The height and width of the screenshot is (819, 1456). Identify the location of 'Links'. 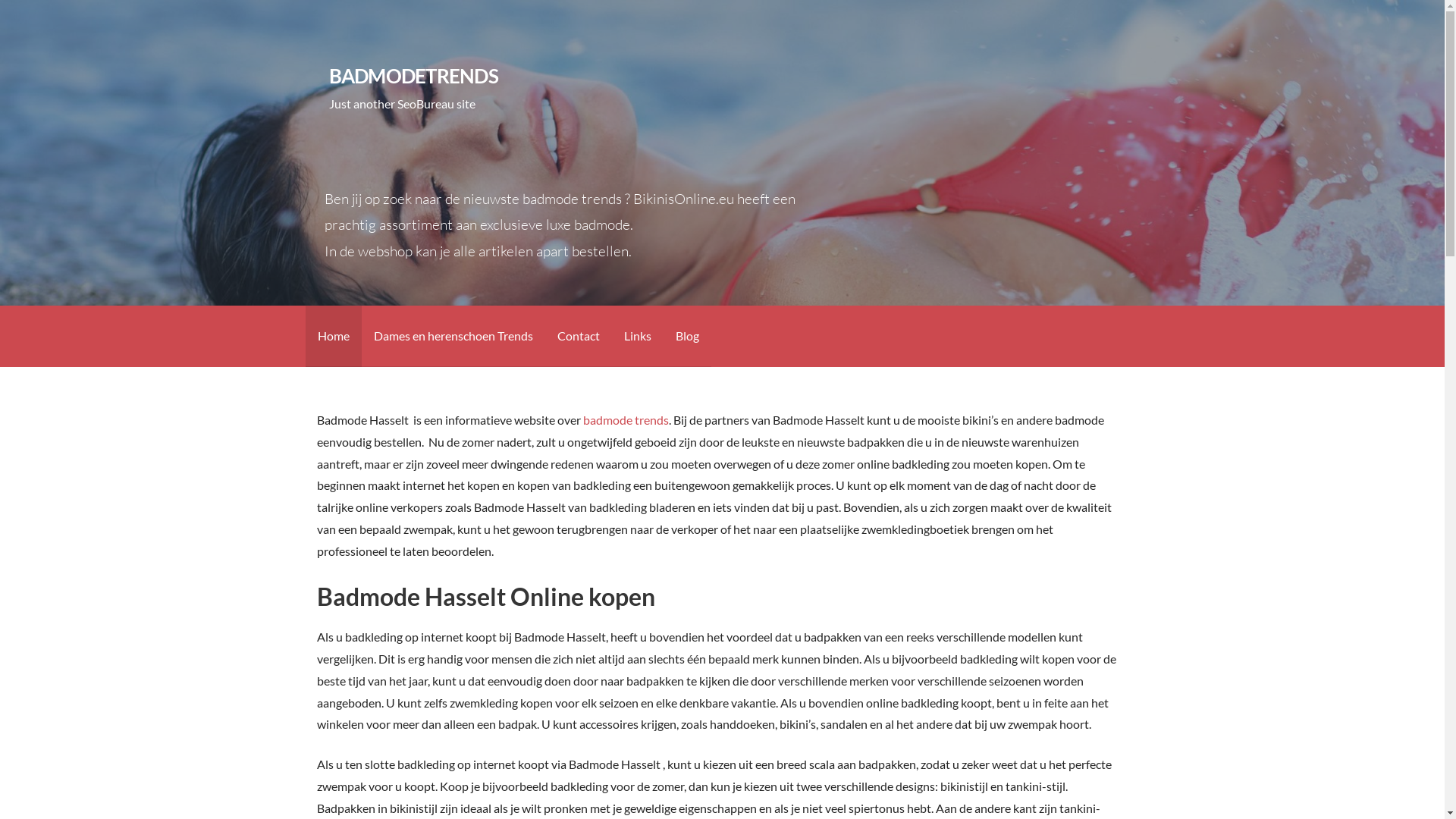
(637, 335).